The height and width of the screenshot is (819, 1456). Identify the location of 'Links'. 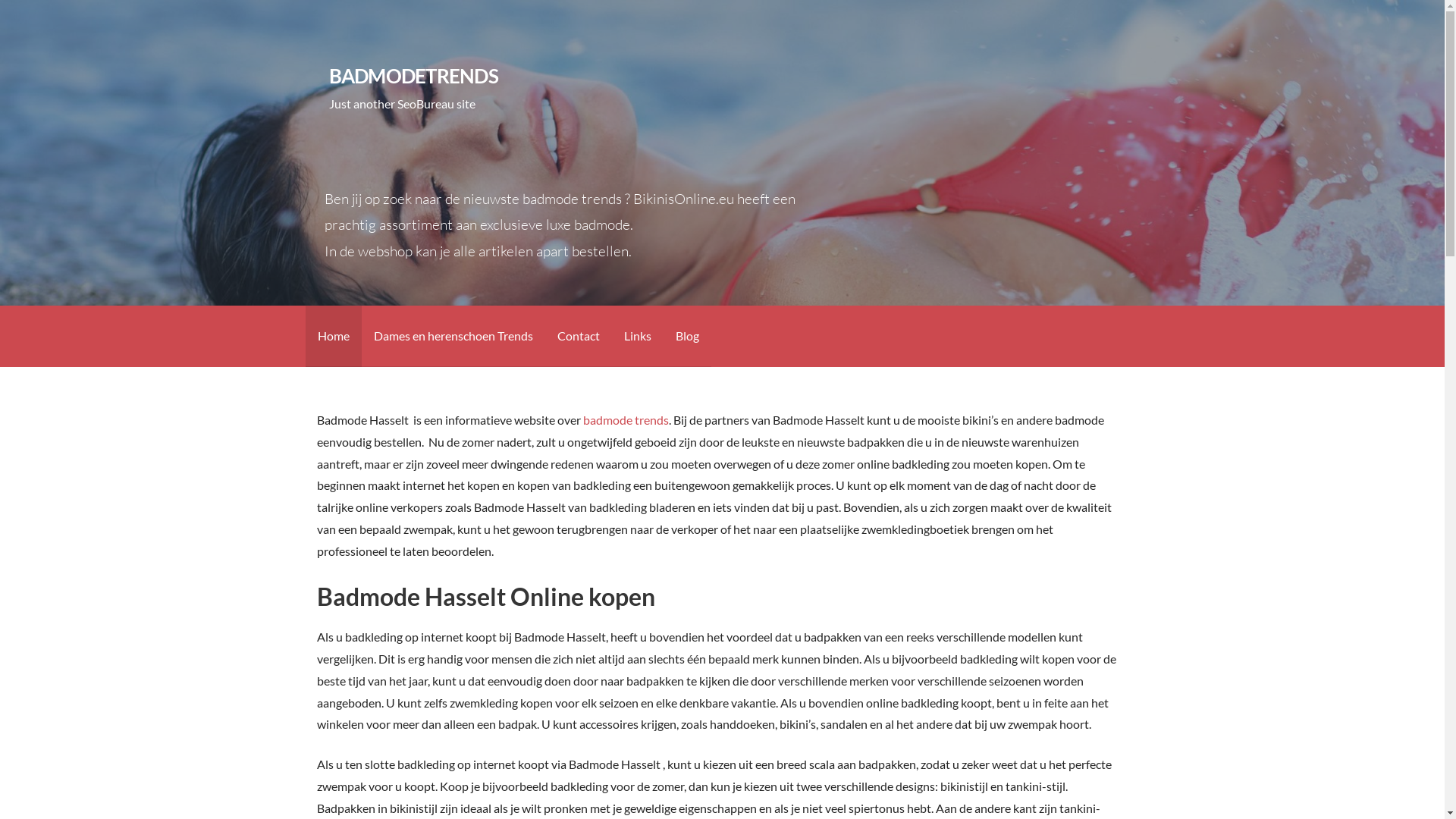
(637, 335).